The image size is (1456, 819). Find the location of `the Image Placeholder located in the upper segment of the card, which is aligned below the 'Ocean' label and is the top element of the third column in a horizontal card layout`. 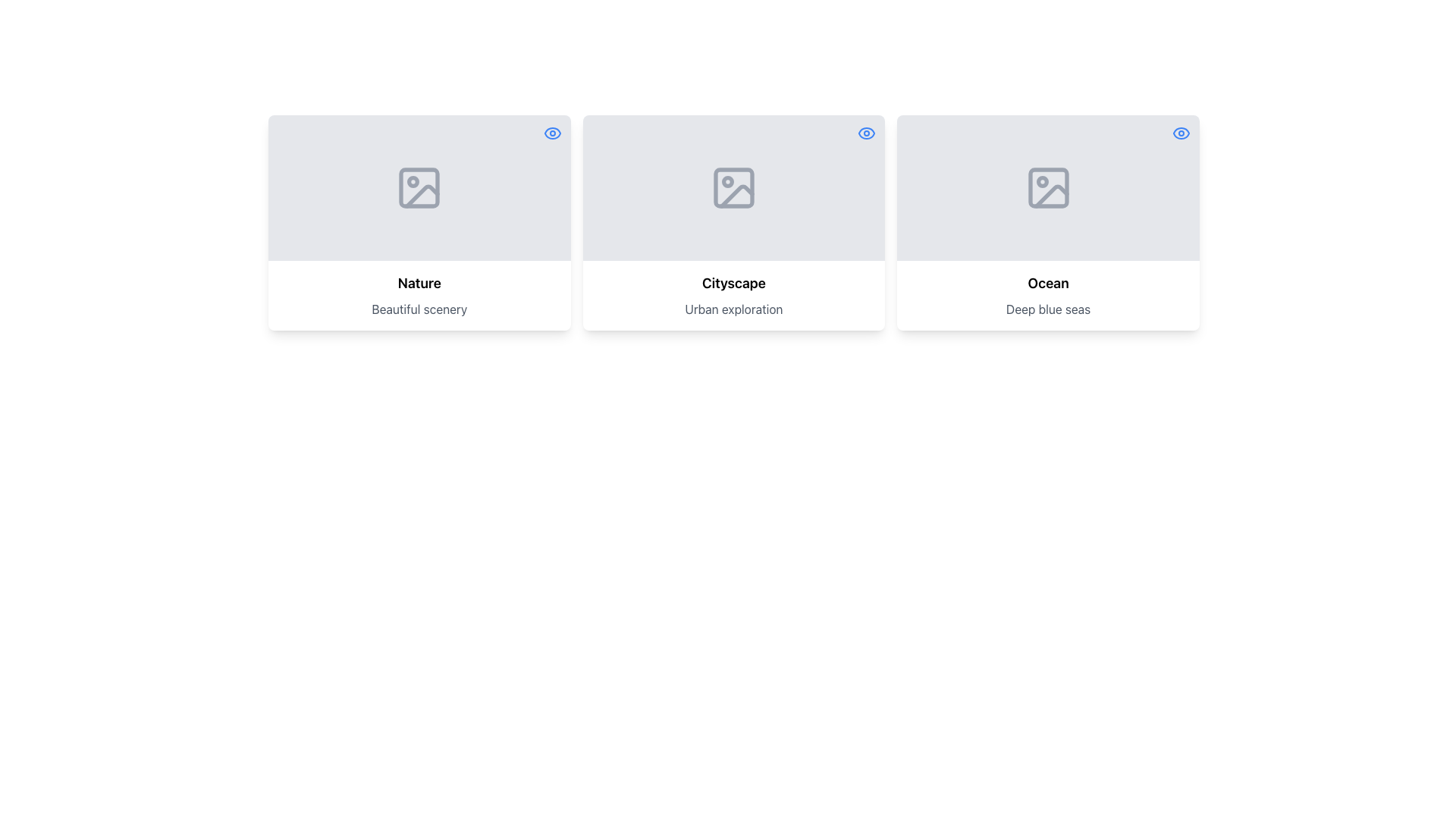

the Image Placeholder located in the upper segment of the card, which is aligned below the 'Ocean' label and is the top element of the third column in a horizontal card layout is located at coordinates (1047, 187).